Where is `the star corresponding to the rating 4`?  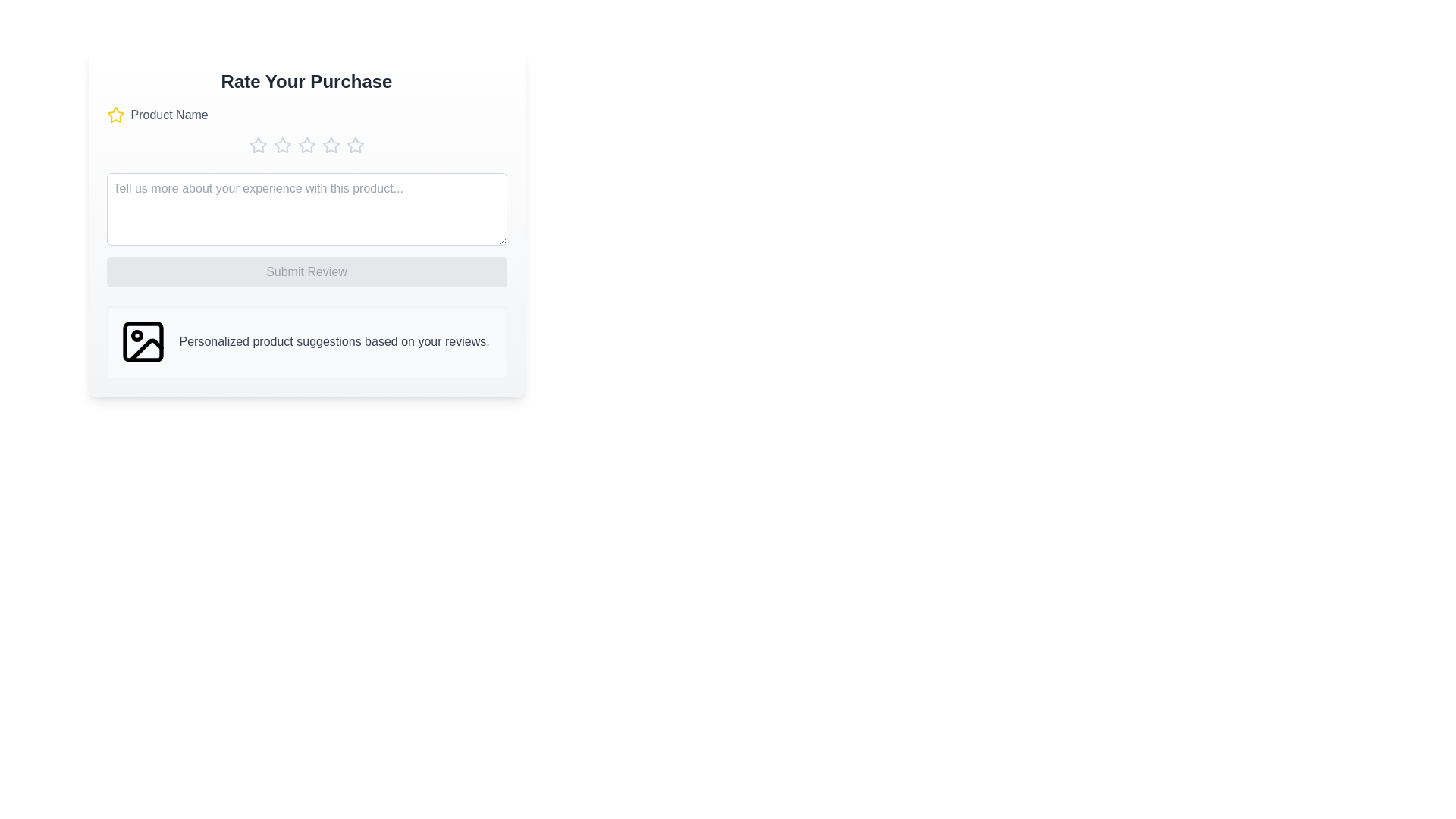
the star corresponding to the rating 4 is located at coordinates (330, 146).